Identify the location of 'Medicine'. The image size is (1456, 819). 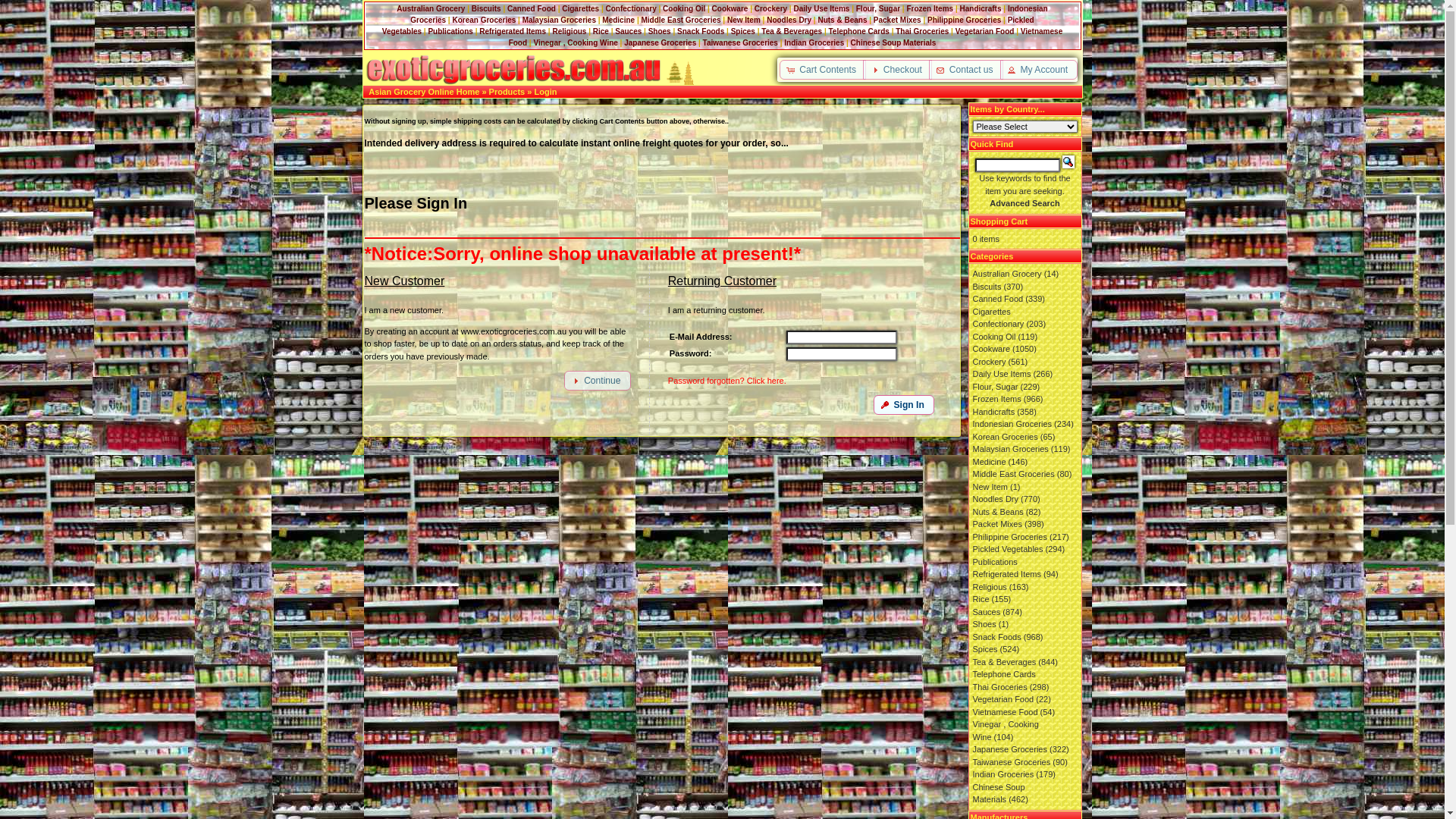
(618, 20).